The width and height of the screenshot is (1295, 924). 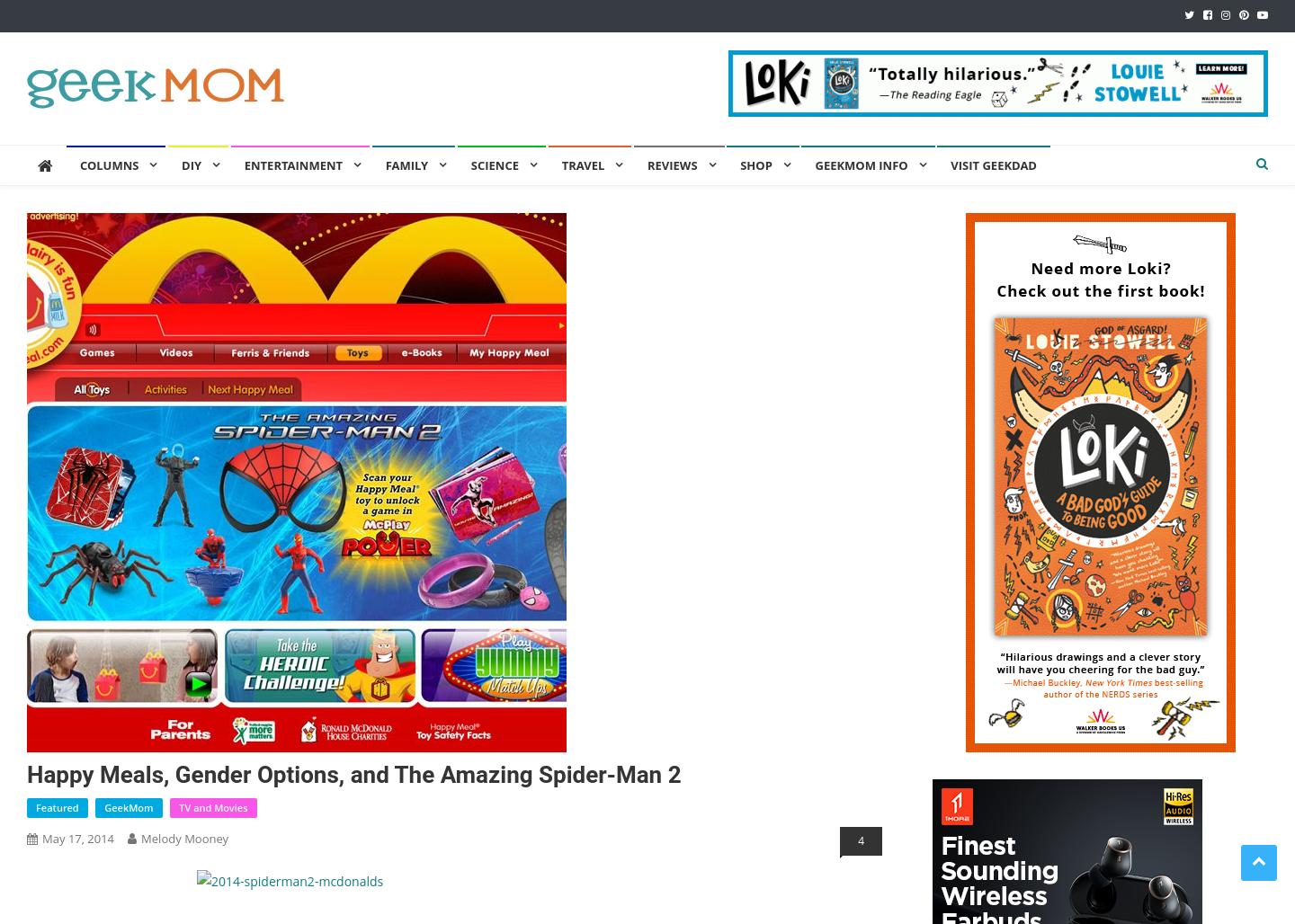 What do you see at coordinates (494, 165) in the screenshot?
I see `'Science'` at bounding box center [494, 165].